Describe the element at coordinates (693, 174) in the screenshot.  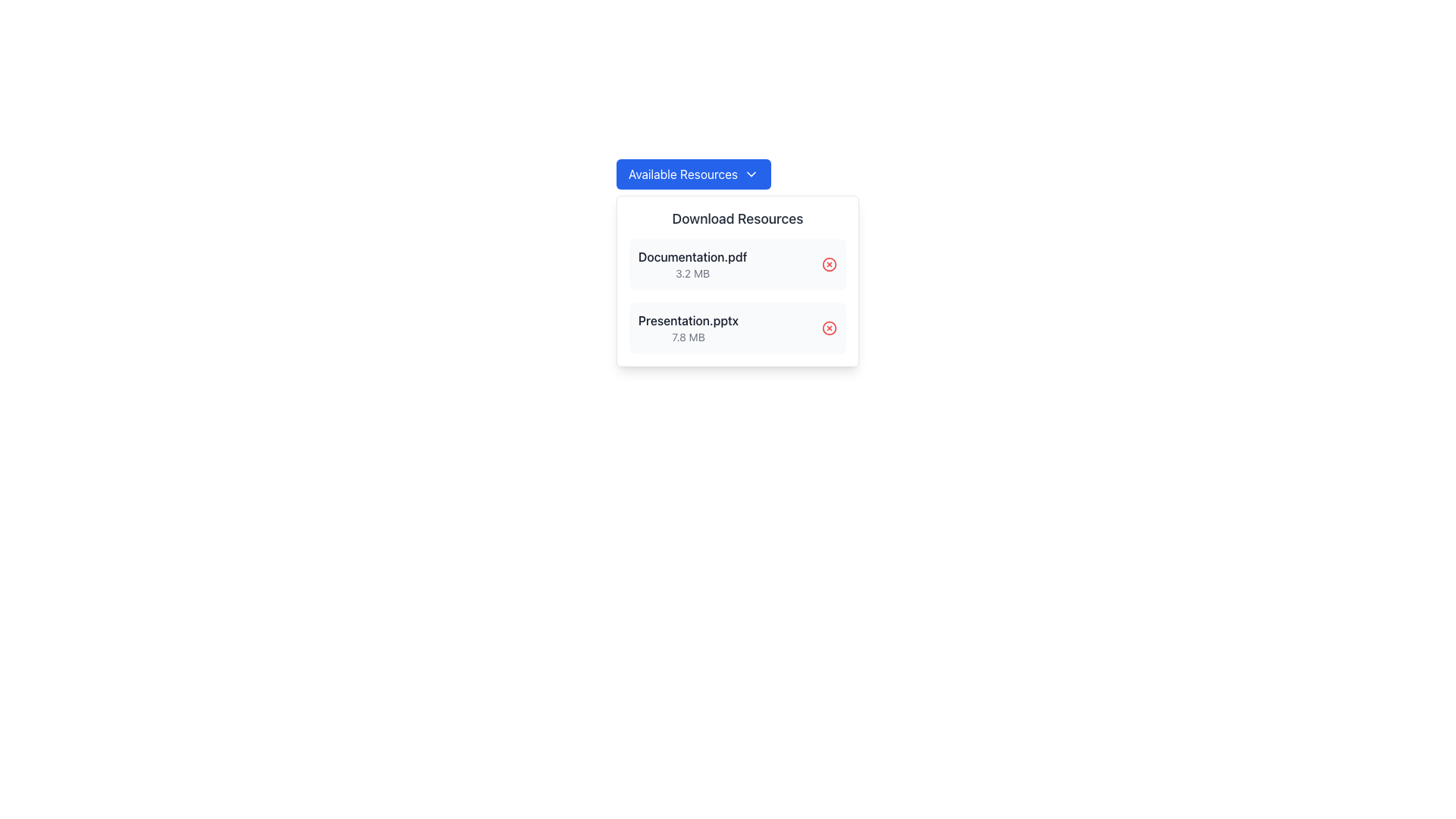
I see `the blue button labeled 'Available Resources' with a white downwards arrow` at that location.